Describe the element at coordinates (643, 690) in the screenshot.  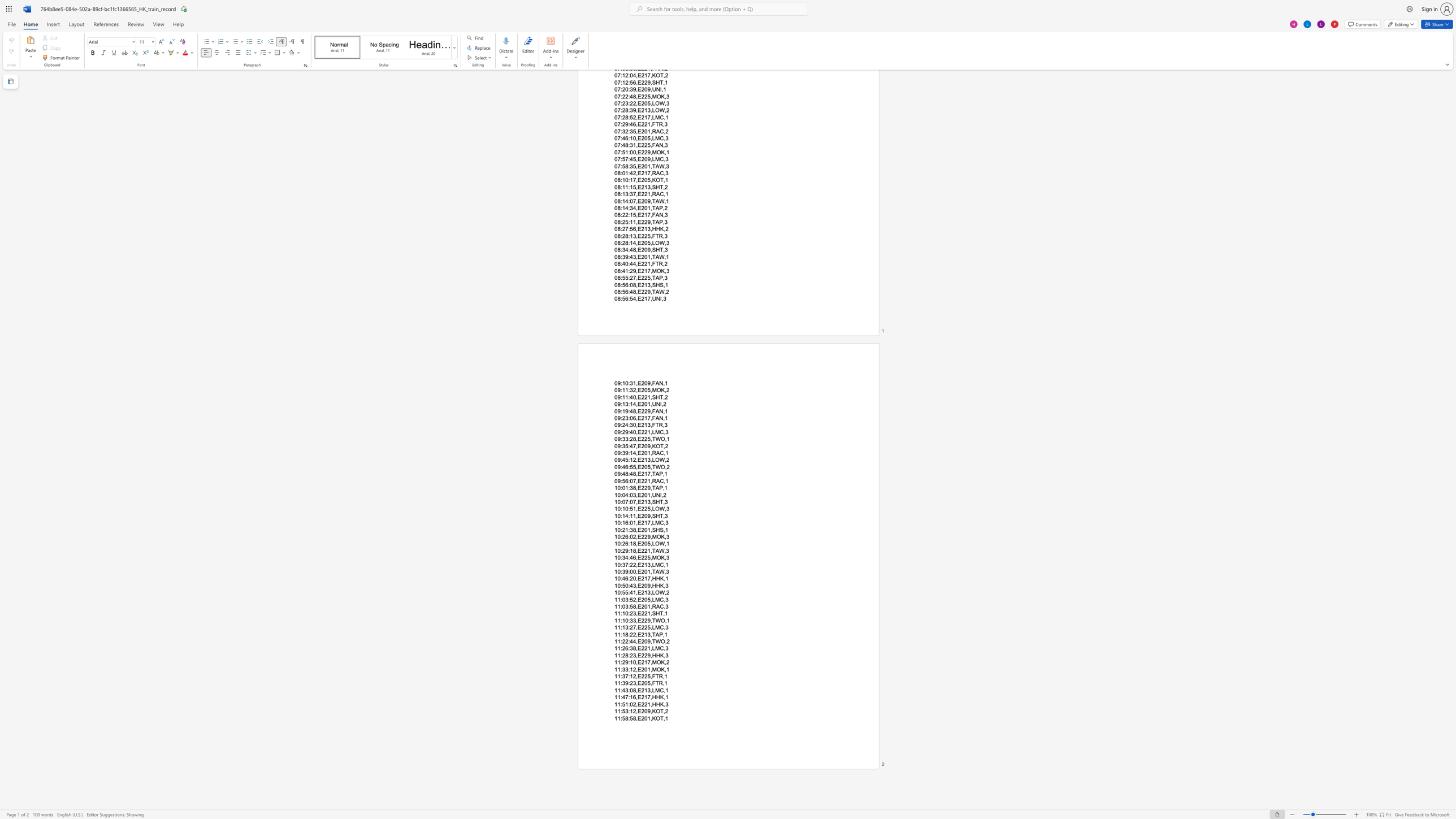
I see `the subset text "13," within the text "11:43:08,E213,LMC,1"` at that location.